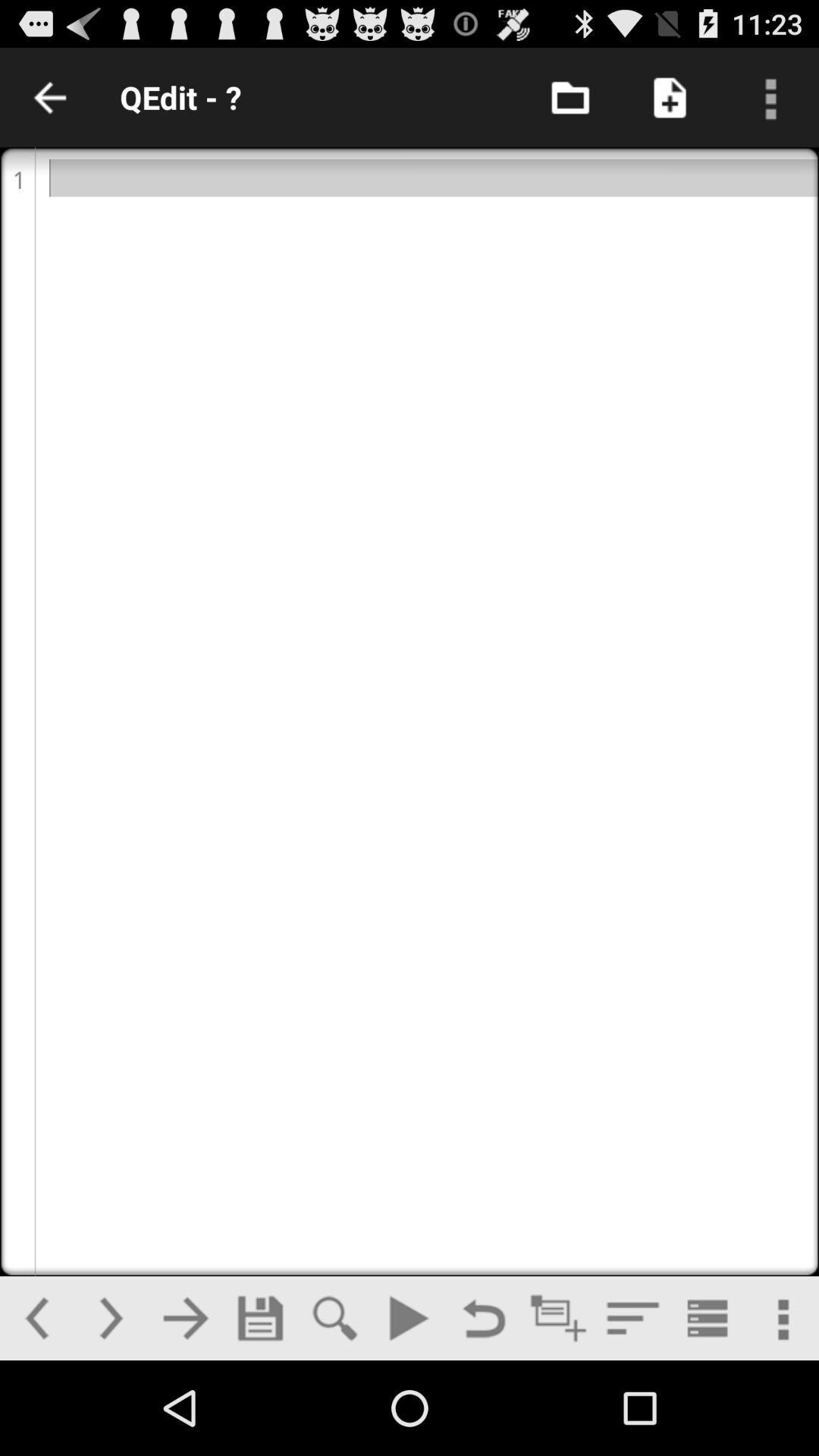 This screenshot has width=819, height=1456. Describe the element at coordinates (408, 1410) in the screenshot. I see `the play icon` at that location.